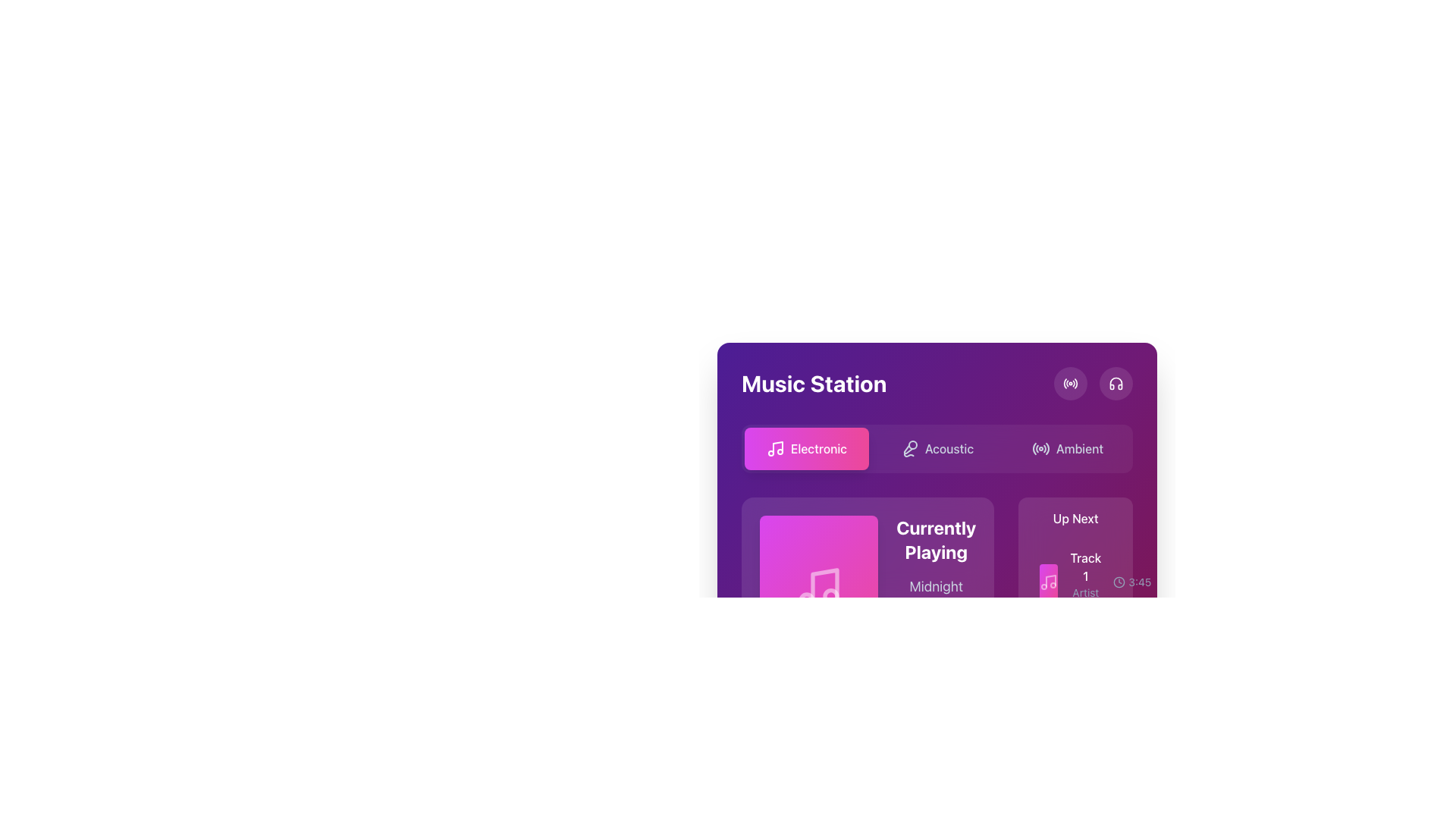  Describe the element at coordinates (1048, 581) in the screenshot. I see `the stylized musical note icon button, which is located centrally within a circular area with a gradient background in the 'Electronic' section of the music selection interface` at that location.